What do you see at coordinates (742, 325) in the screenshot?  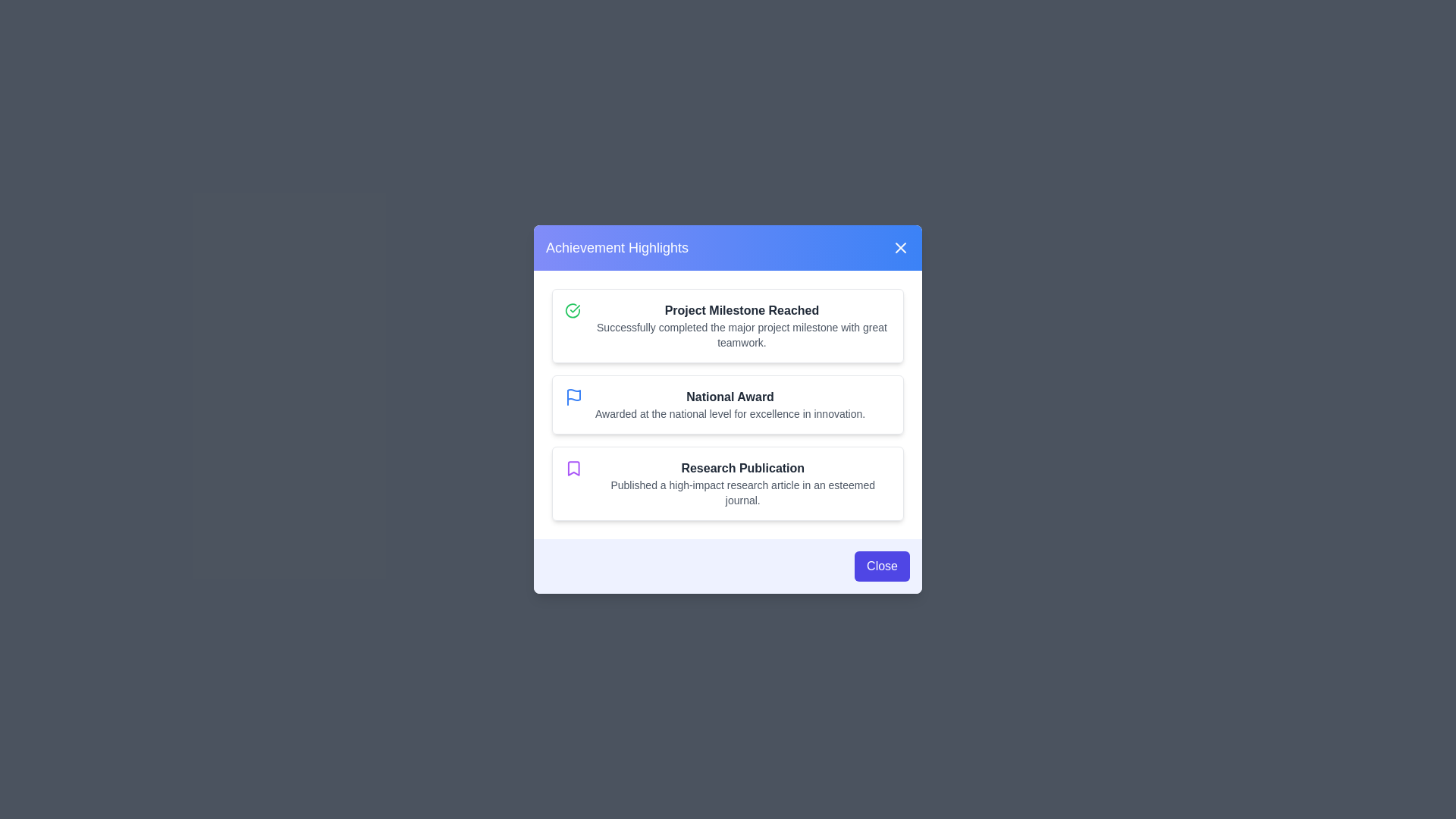 I see `the 'Project Milestone Reached' text element, which is the topmost card in the 'Achievement Highlights' panel, displaying a bold title and a smaller description` at bounding box center [742, 325].